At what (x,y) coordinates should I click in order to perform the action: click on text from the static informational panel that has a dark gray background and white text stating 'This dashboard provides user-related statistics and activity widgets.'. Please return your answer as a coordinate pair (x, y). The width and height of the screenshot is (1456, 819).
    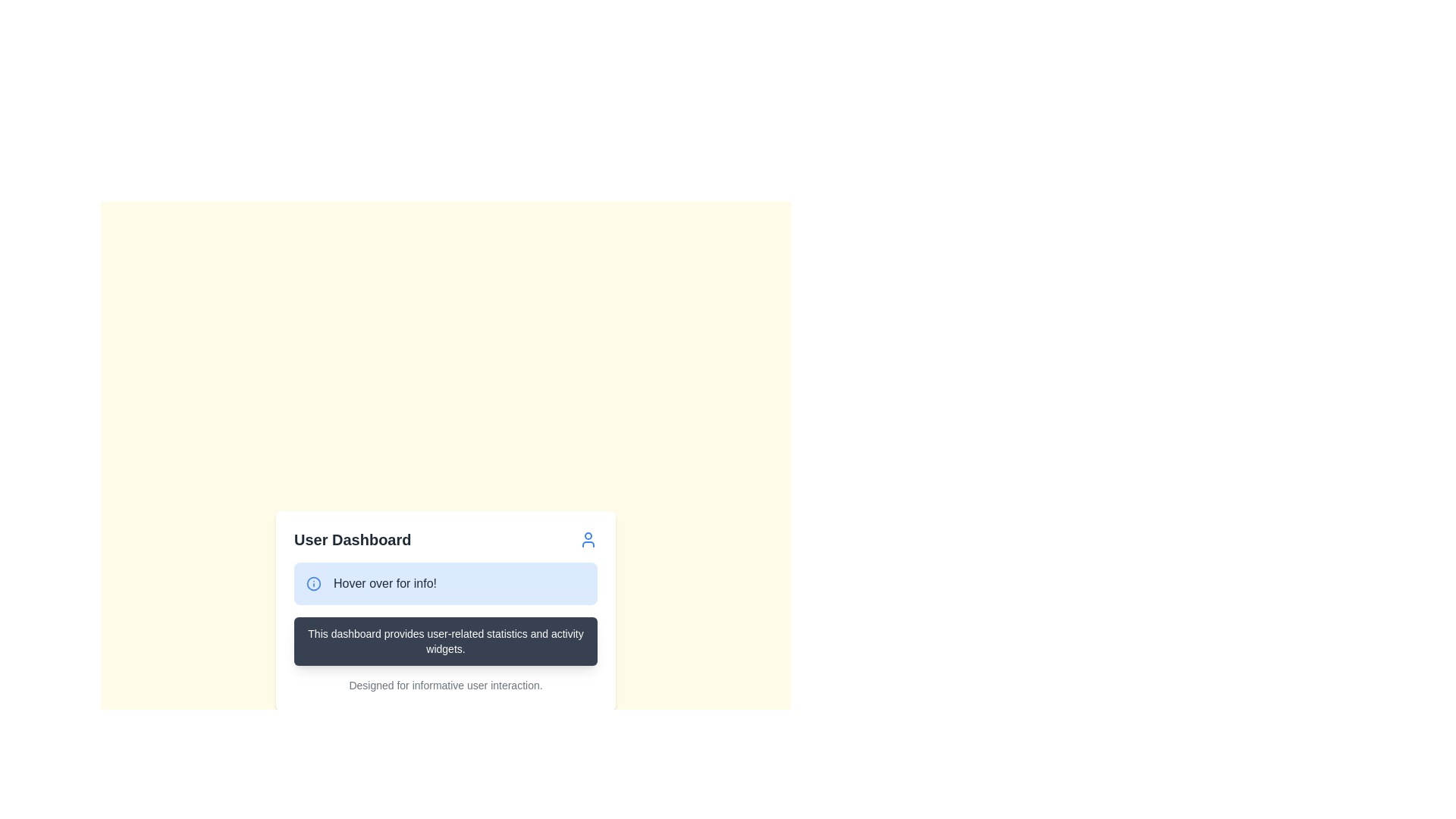
    Looking at the image, I should click on (445, 641).